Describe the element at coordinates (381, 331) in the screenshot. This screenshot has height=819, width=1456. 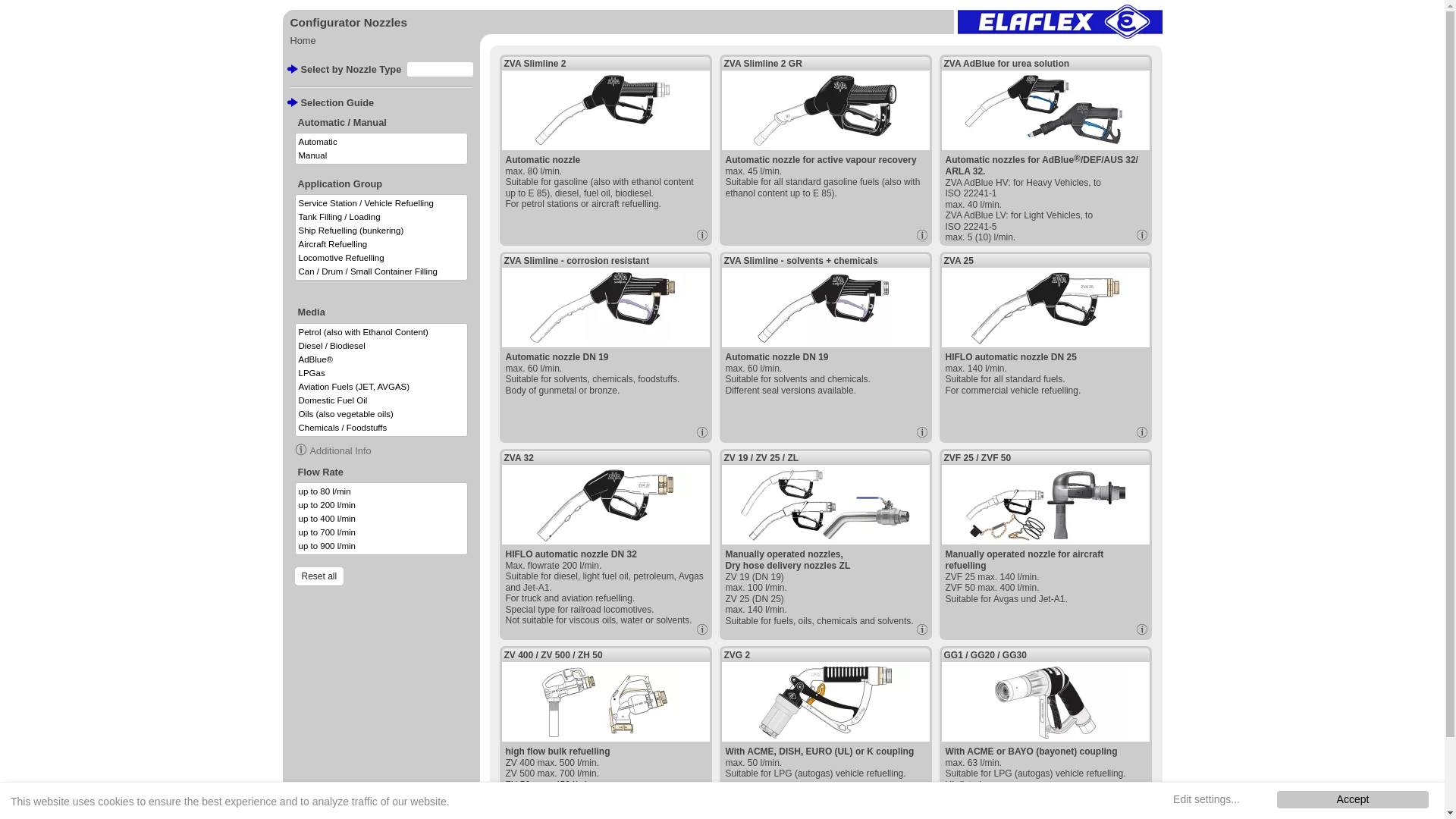
I see `'Petrol (also with Ethanol Content)'` at that location.